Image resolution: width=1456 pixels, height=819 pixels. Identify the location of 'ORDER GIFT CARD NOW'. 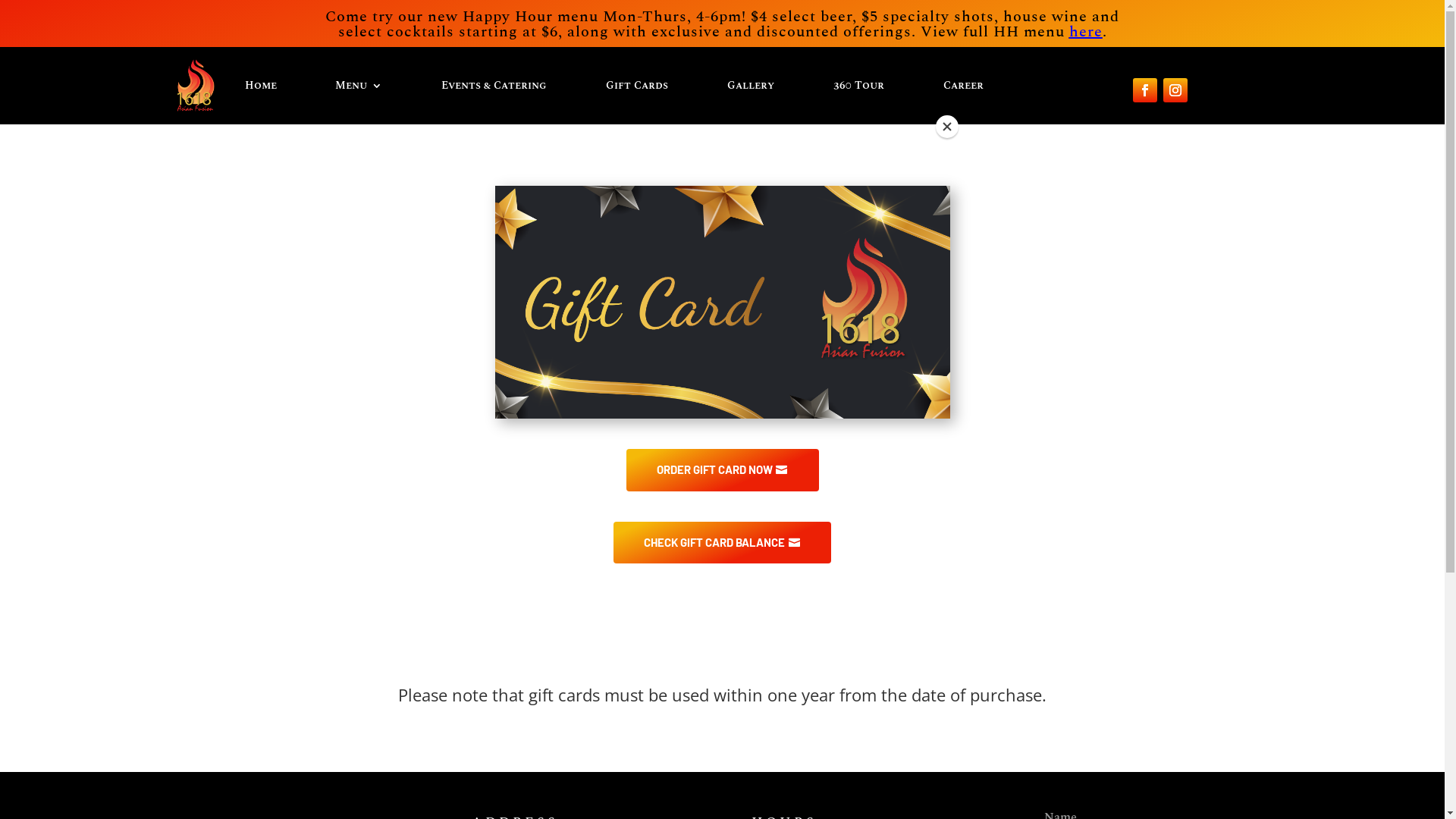
(626, 469).